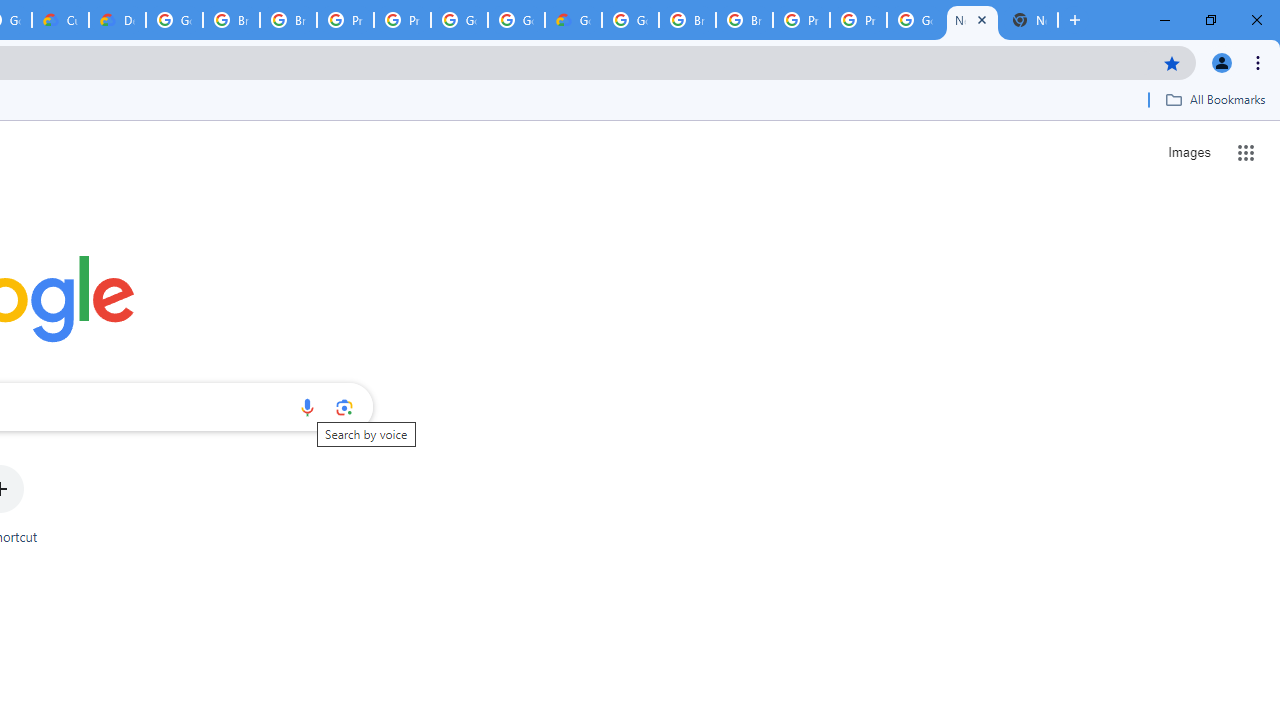 This screenshot has height=720, width=1280. I want to click on 'New Tab', so click(1029, 20).